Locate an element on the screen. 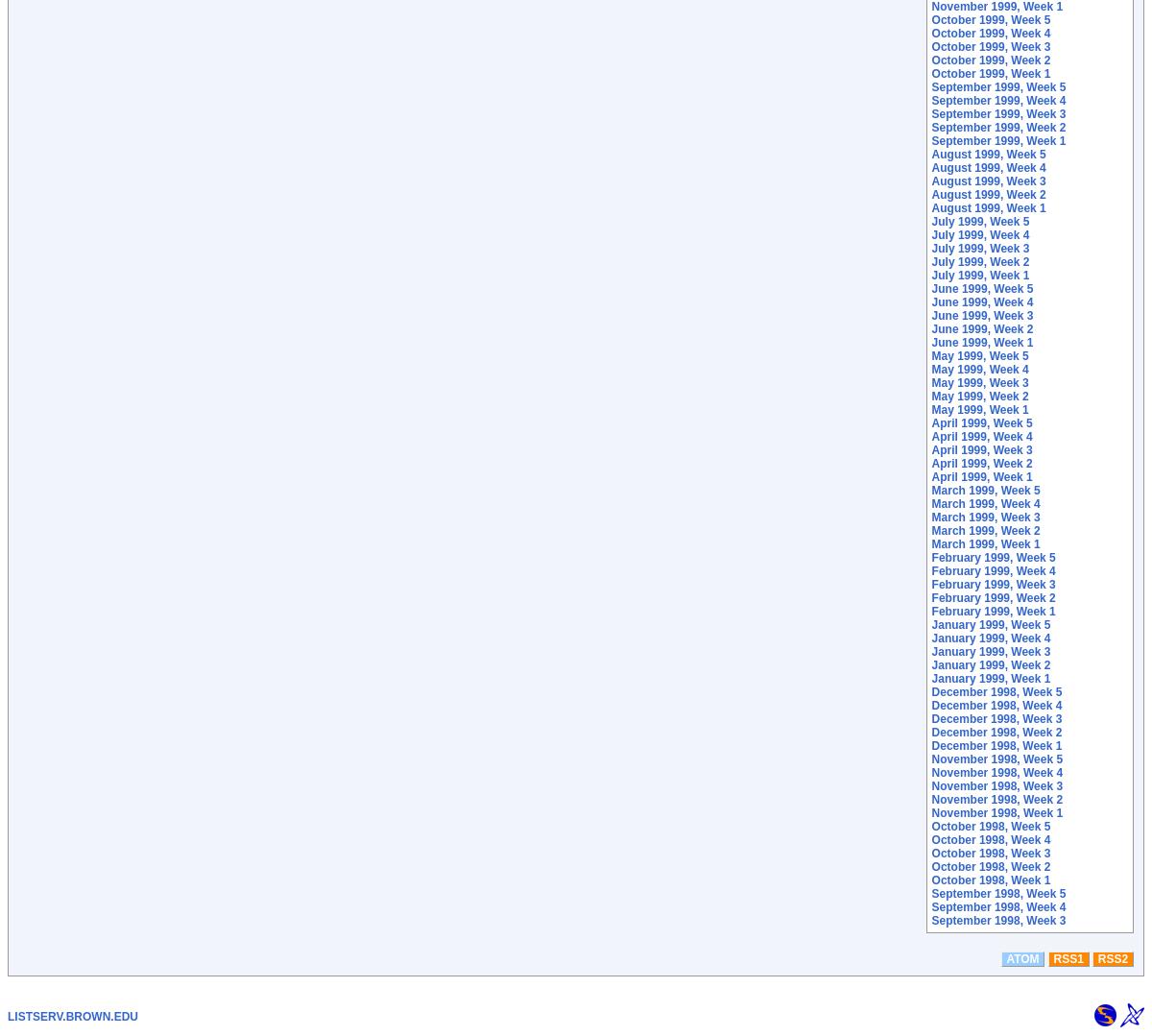  'August 1999, Week 1' is located at coordinates (988, 206).